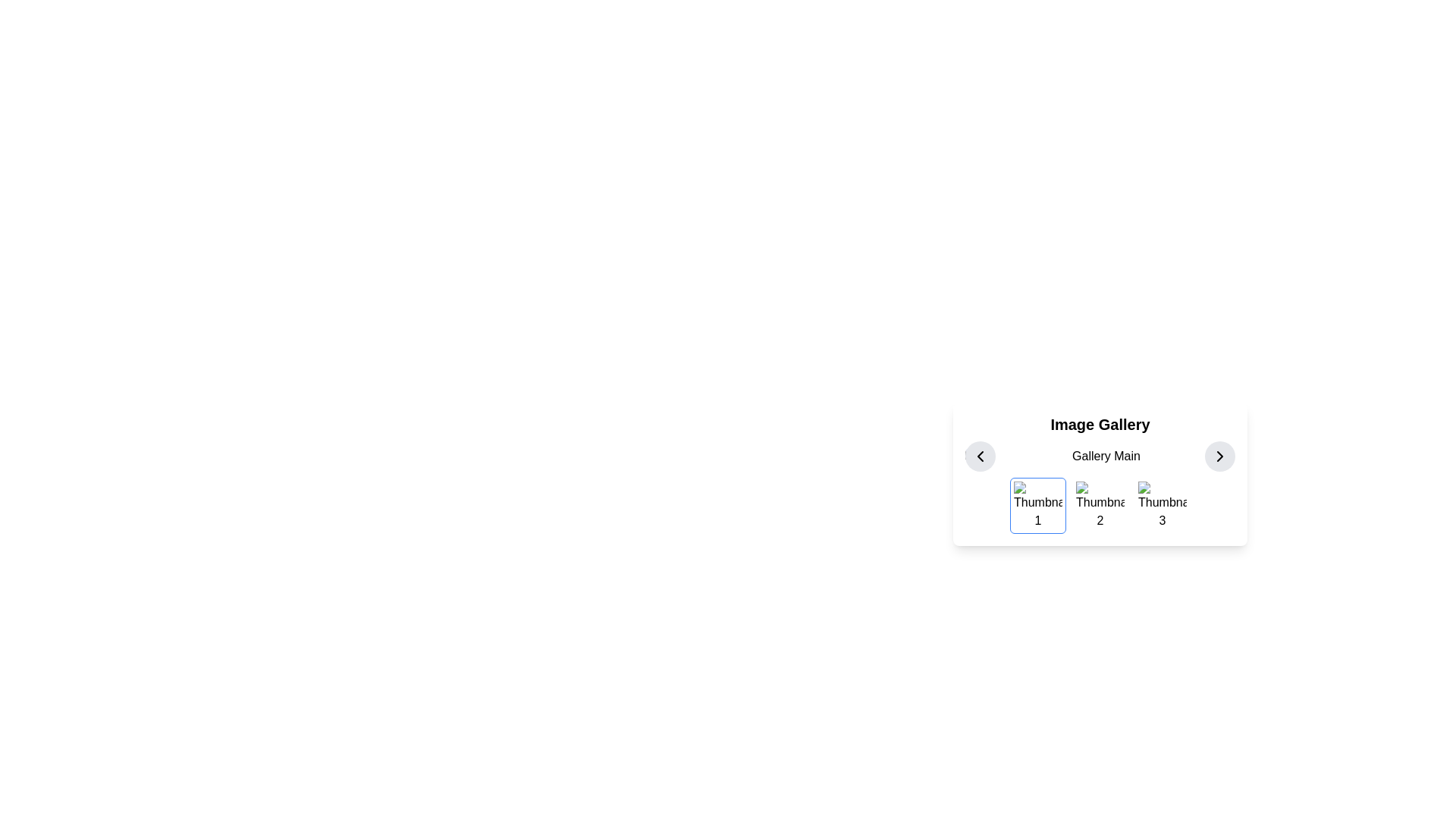 The height and width of the screenshot is (819, 1456). I want to click on the circular button with a gray background and black right-arrow icon, so click(1219, 455).